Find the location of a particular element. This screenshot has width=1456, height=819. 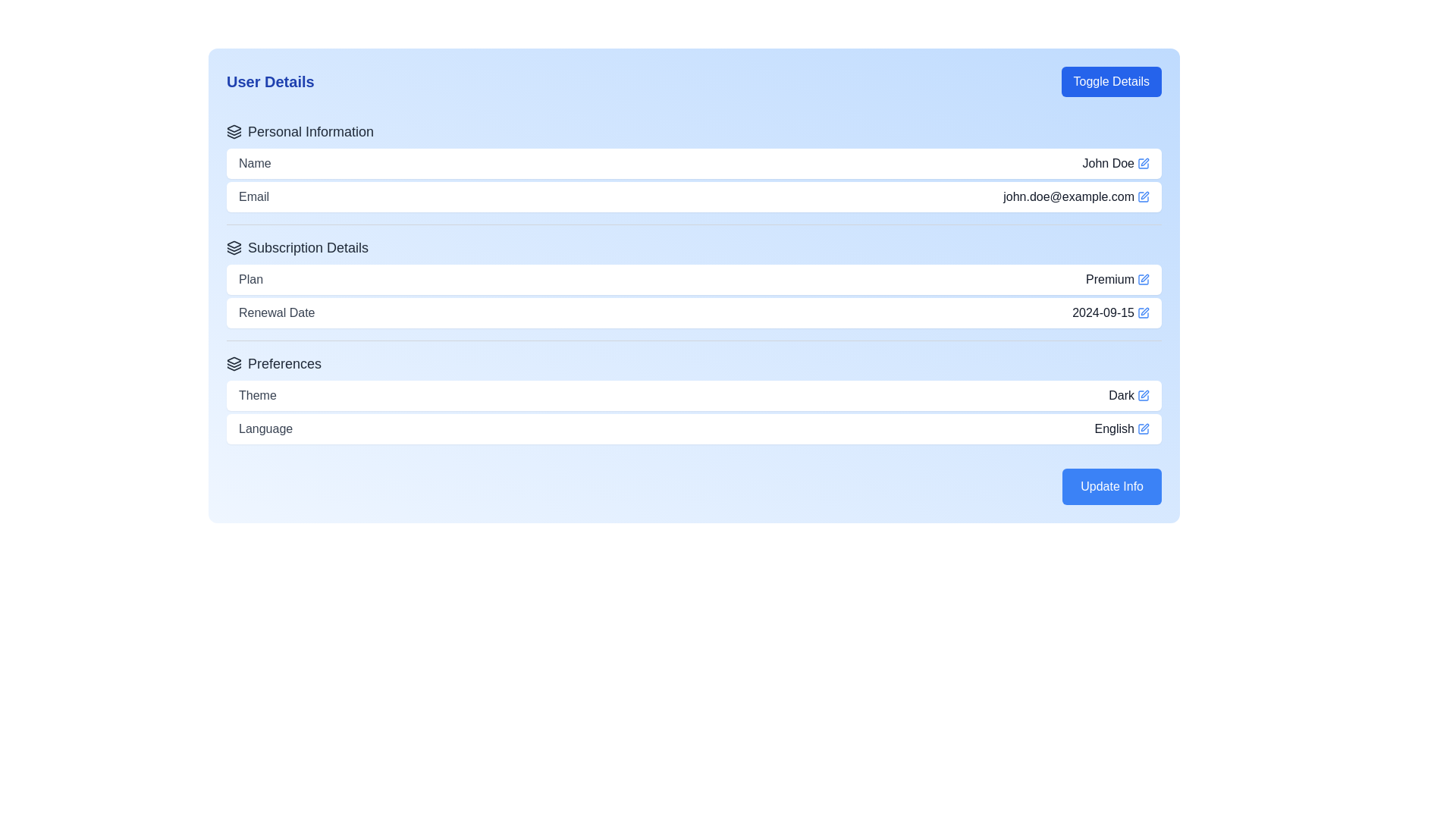

the blue pen icon located to the right of the email address 'john.doe@example.com' to initiate editing is located at coordinates (1143, 196).